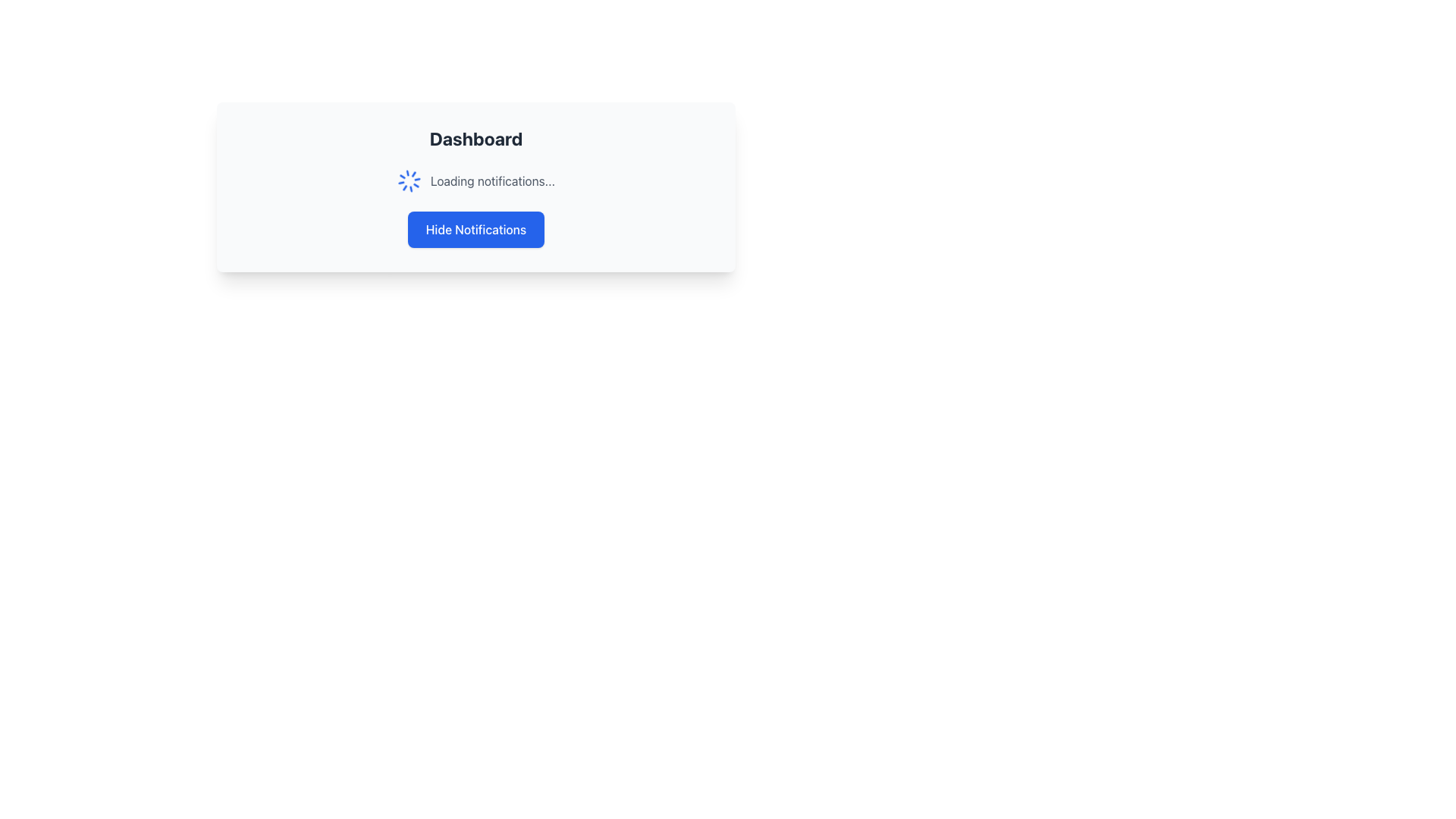 Image resolution: width=1456 pixels, height=819 pixels. I want to click on the informational text label indicating that notifications are being loaded, which is positioned above the 'Hide Notifications' button and aligned with a spinning loader, so click(492, 180).